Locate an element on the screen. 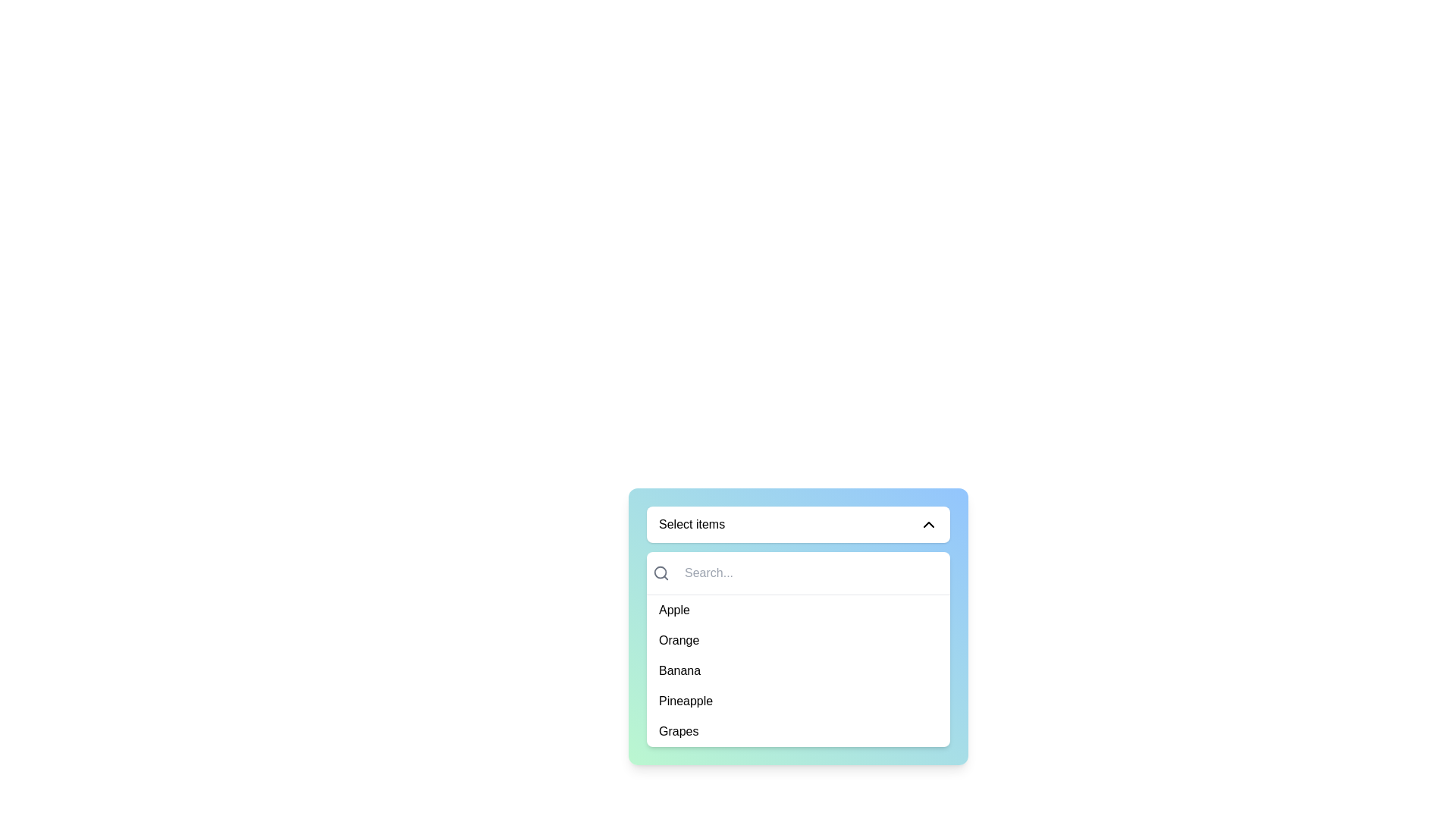 The width and height of the screenshot is (1456, 819). the 'Grapes' text label in the selectable dropdown menu is located at coordinates (678, 730).